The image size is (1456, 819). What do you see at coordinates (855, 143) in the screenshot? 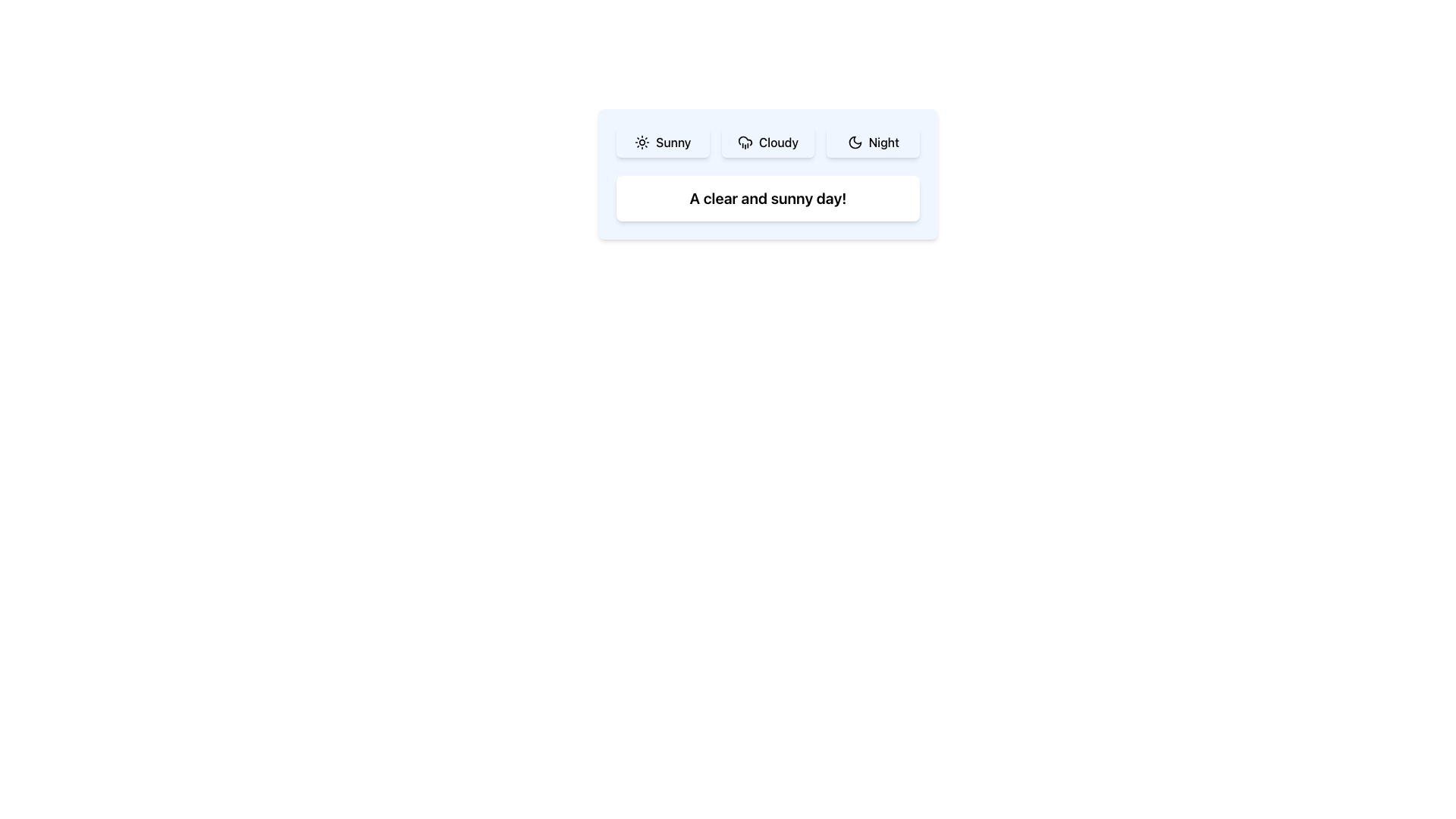
I see `the moon-shaped icon representing the 'Night' option in the weather selection interface` at bounding box center [855, 143].